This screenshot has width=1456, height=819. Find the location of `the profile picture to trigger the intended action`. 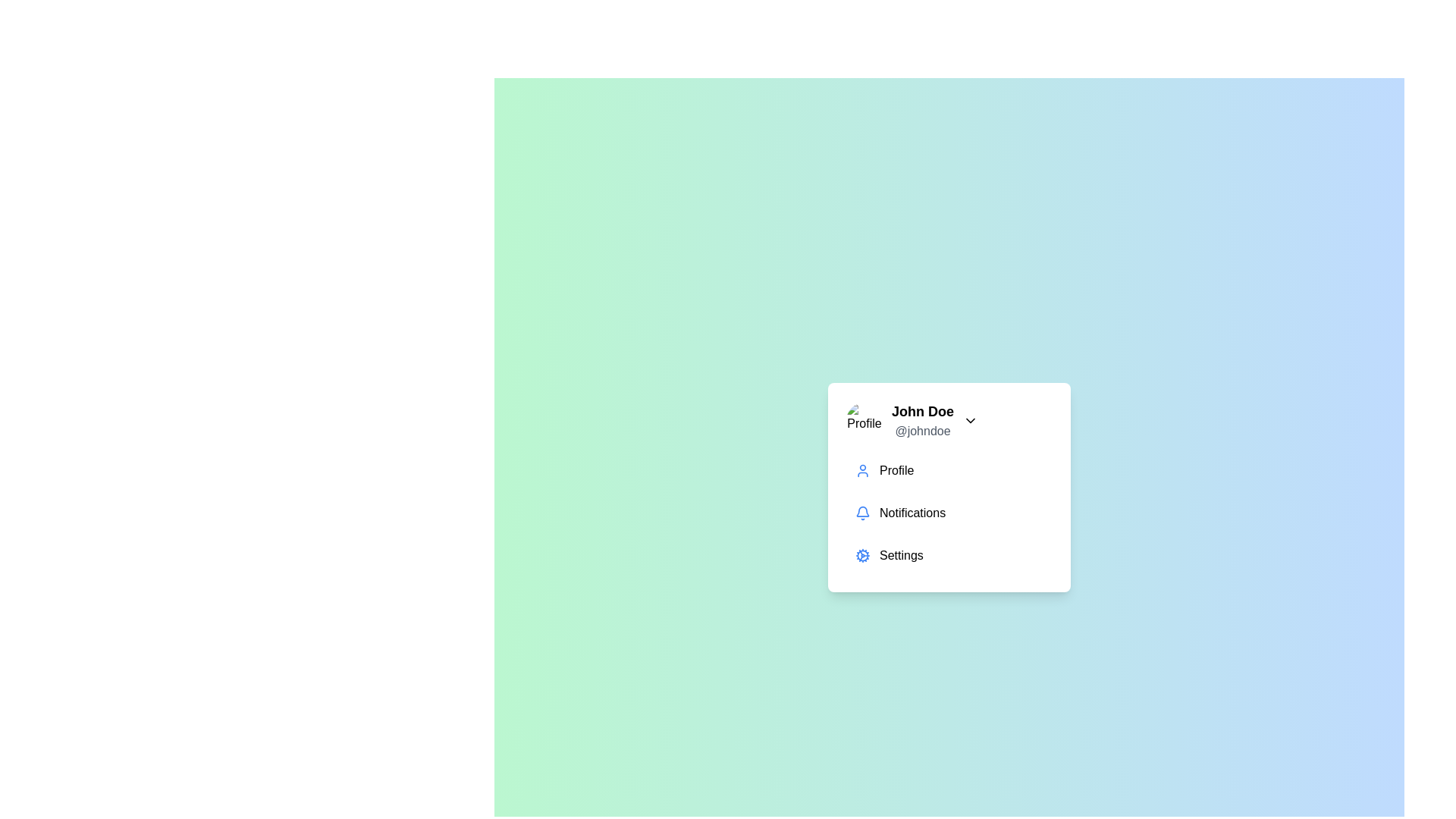

the profile picture to trigger the intended action is located at coordinates (864, 421).